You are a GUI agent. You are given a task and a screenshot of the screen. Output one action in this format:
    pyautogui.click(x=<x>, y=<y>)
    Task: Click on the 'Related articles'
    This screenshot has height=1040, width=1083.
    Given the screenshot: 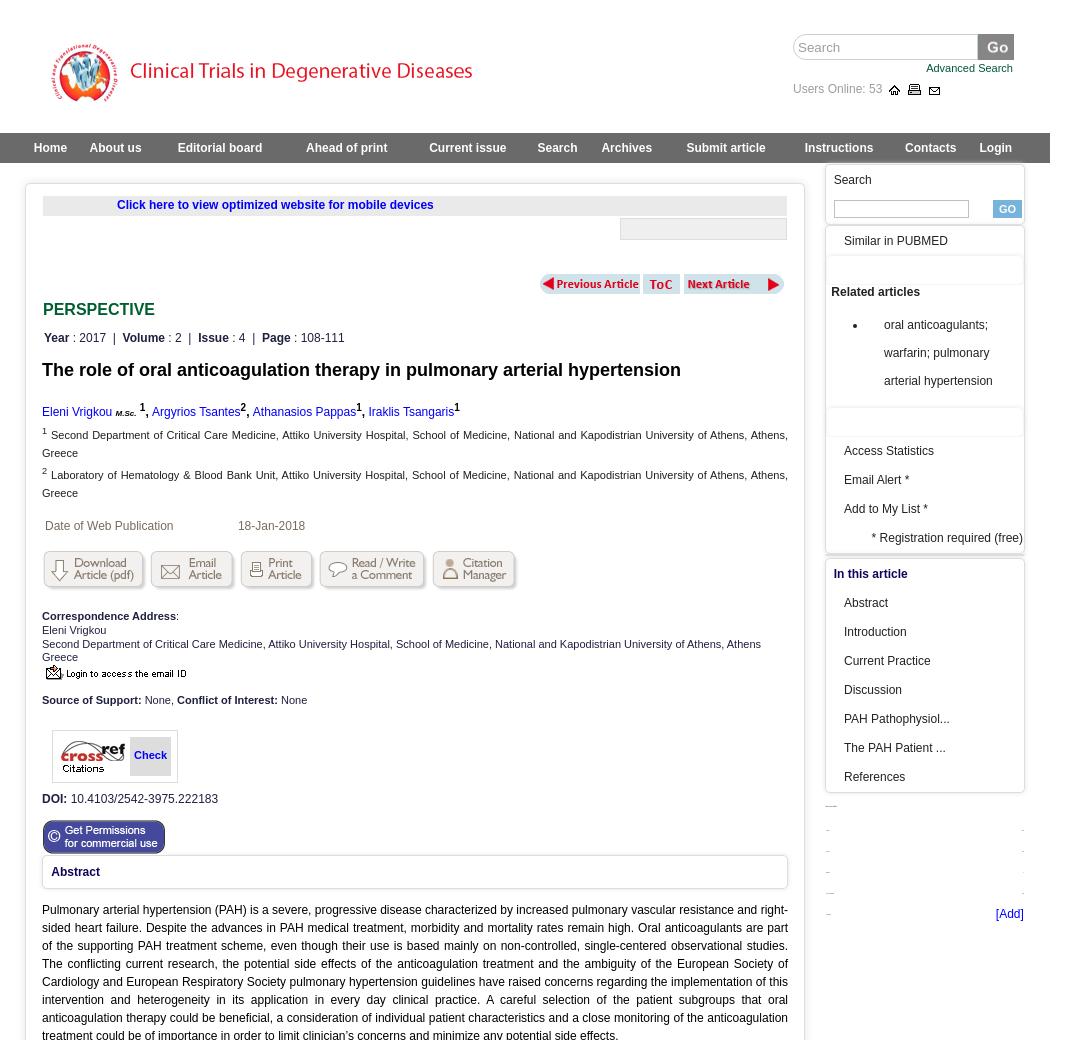 What is the action you would take?
    pyautogui.click(x=875, y=291)
    